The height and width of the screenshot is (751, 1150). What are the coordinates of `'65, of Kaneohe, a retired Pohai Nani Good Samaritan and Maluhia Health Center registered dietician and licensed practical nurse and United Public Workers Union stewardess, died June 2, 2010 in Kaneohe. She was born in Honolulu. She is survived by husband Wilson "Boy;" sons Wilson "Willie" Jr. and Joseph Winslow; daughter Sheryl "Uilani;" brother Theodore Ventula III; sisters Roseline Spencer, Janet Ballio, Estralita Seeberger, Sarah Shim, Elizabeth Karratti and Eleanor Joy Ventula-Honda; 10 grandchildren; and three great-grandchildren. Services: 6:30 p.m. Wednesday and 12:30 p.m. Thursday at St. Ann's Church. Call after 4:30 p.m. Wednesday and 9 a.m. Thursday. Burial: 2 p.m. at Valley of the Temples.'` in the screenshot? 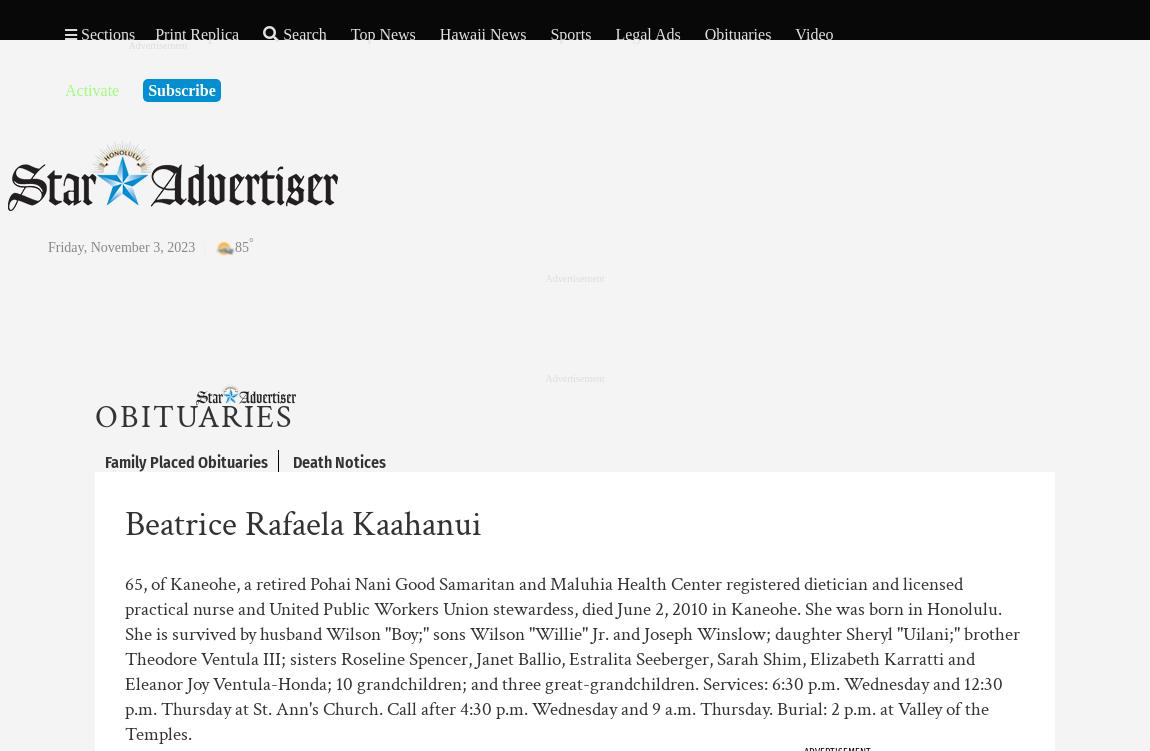 It's located at (572, 659).